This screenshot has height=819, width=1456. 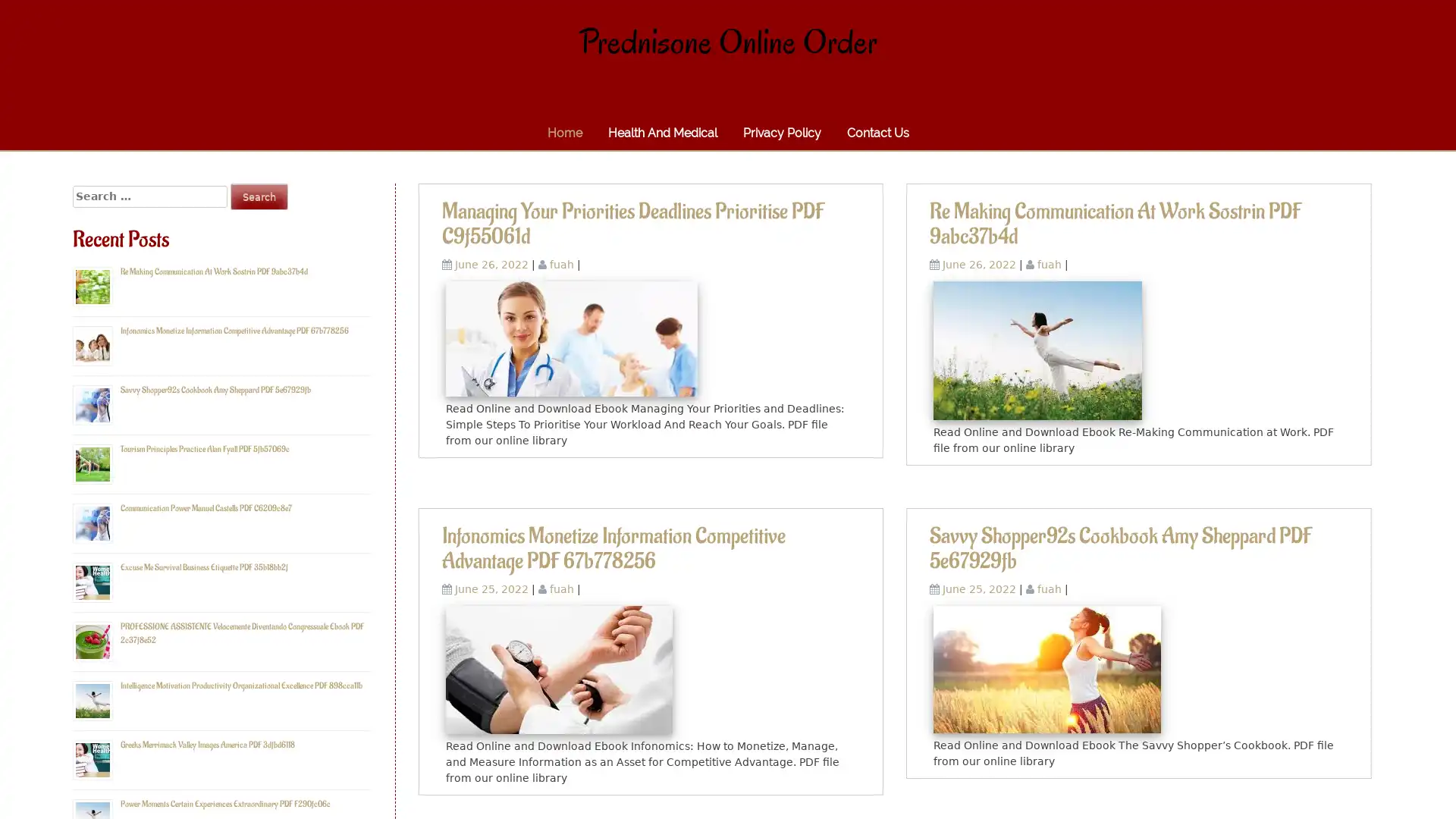 I want to click on Search, so click(x=259, y=196).